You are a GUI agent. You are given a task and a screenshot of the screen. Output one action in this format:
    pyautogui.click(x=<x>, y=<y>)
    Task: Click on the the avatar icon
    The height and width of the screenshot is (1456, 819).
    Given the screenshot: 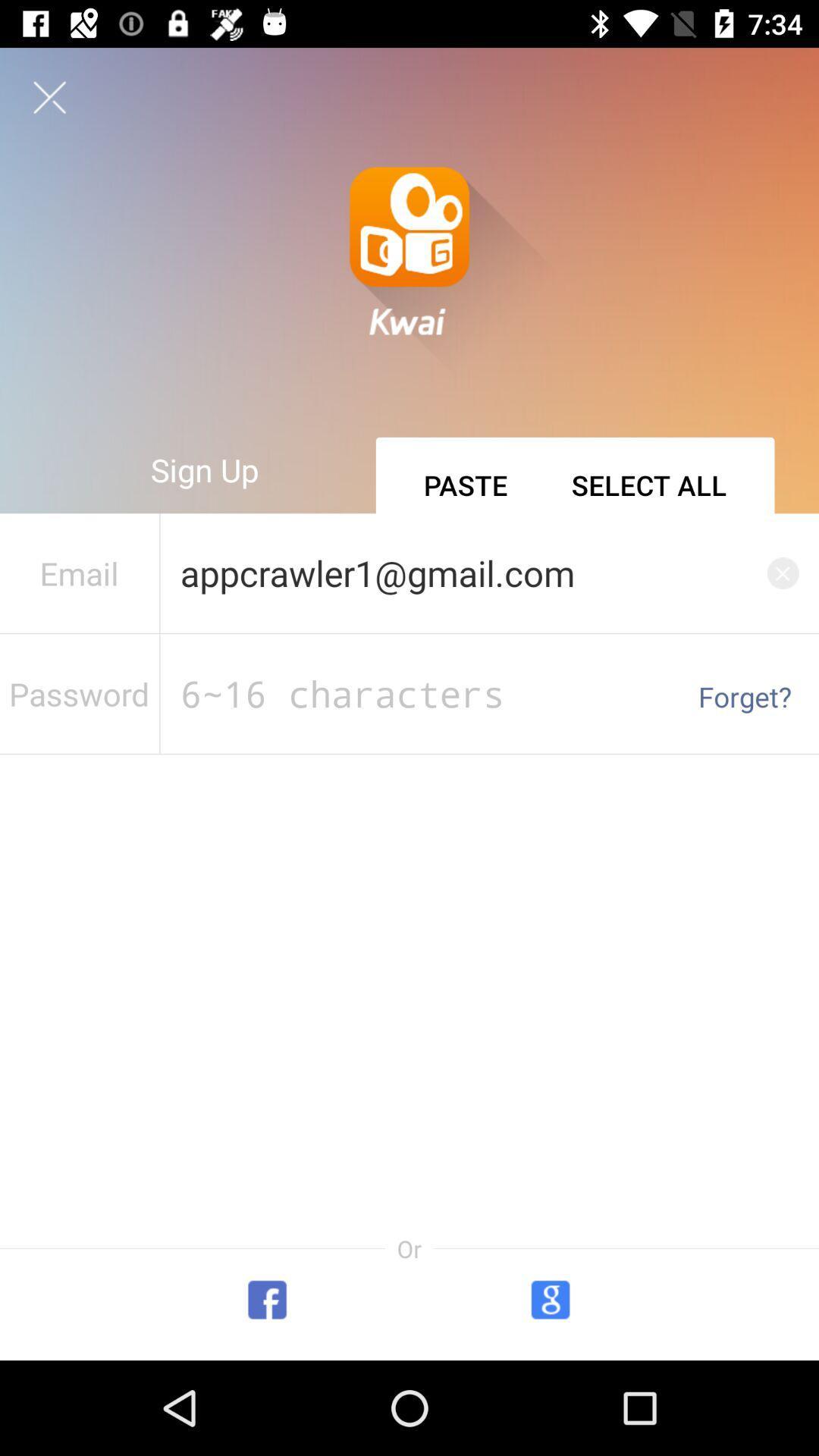 What is the action you would take?
    pyautogui.click(x=550, y=1299)
    